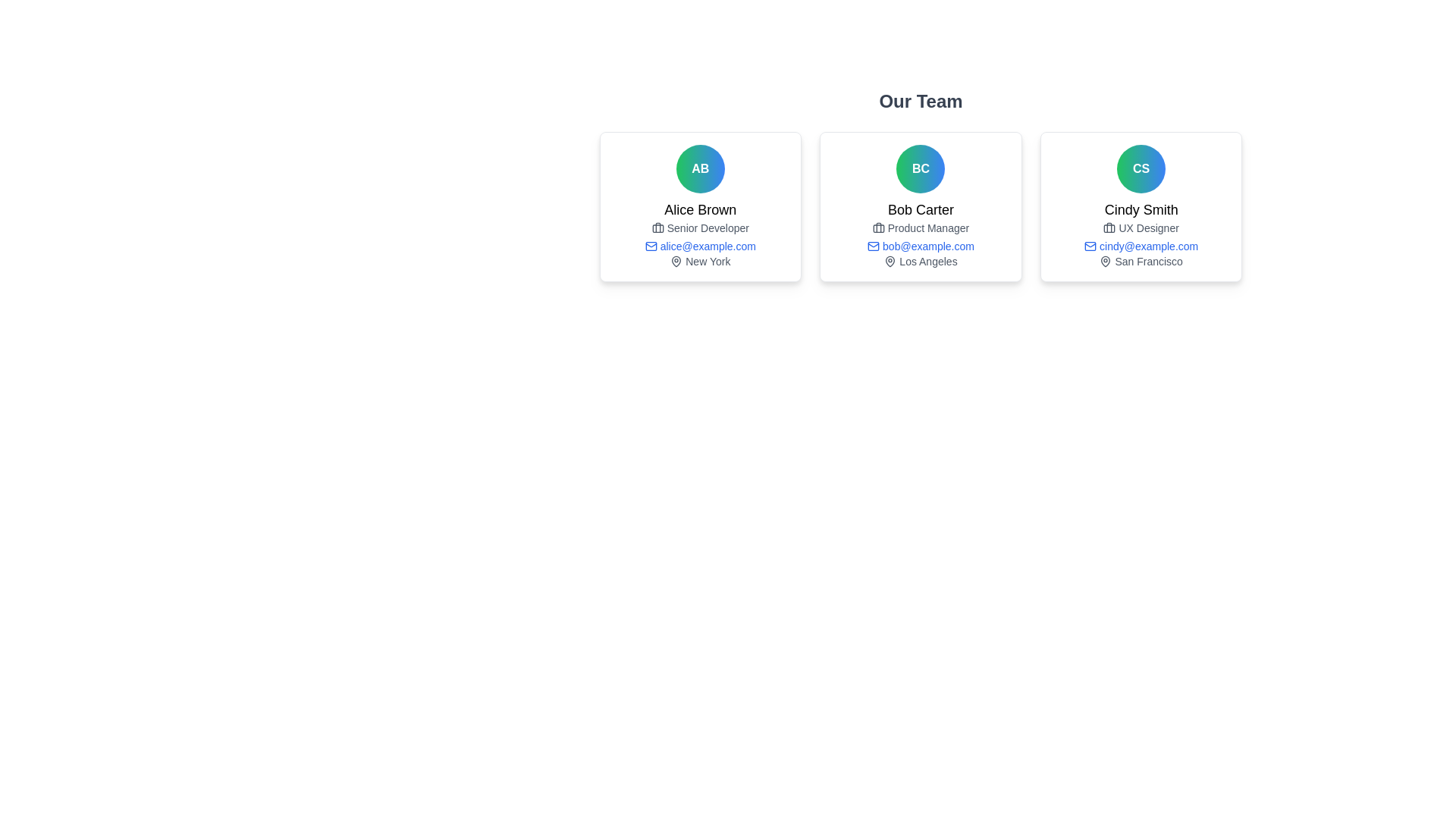  Describe the element at coordinates (874, 245) in the screenshot. I see `the email icon indicating the user 'bob@example.com' located in the second user card of the 'Our Team' section` at that location.